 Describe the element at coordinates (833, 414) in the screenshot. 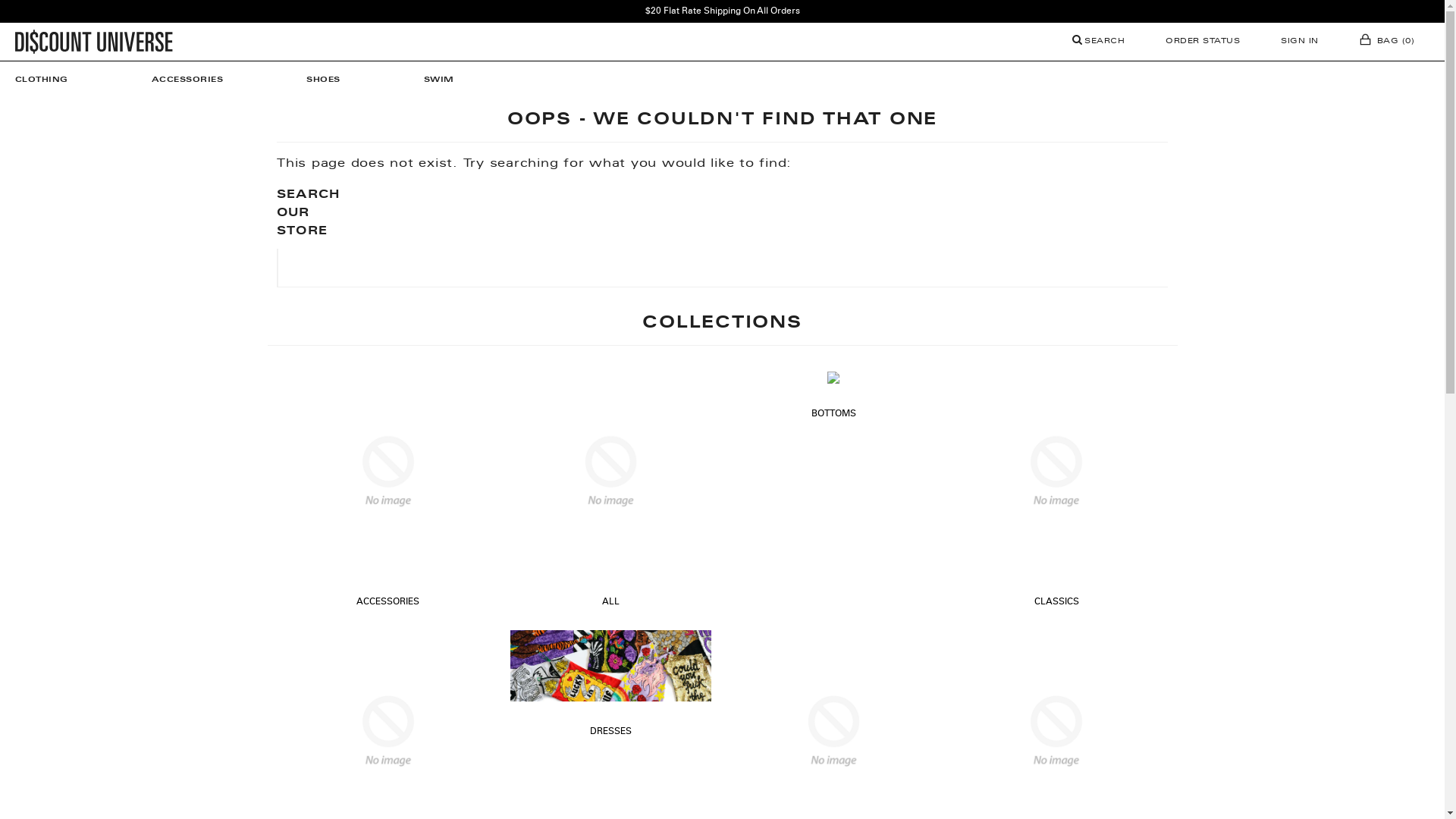

I see `'BOTTOMS'` at that location.